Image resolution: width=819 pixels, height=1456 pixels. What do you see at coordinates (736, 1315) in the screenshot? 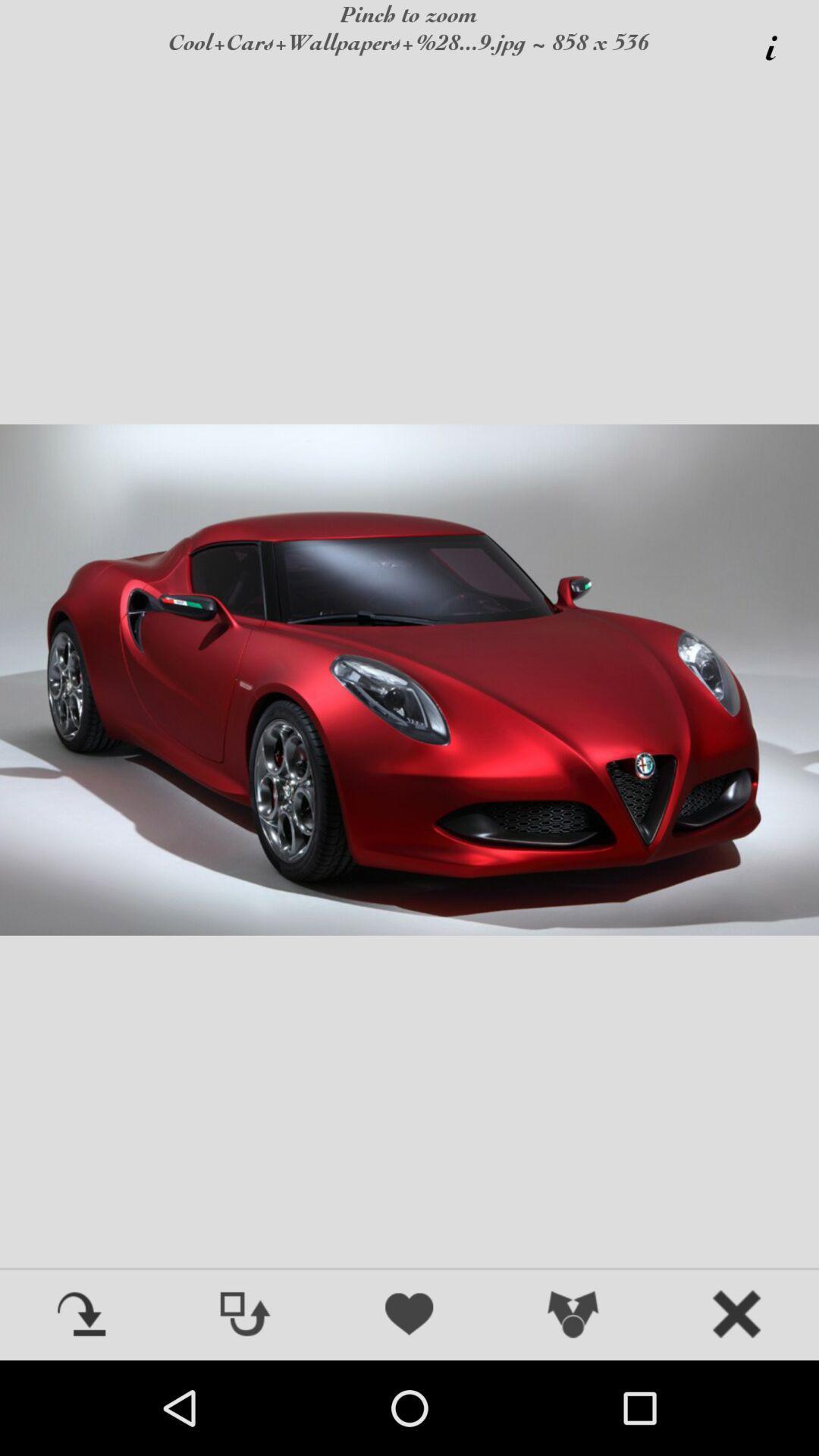
I see `close` at bounding box center [736, 1315].